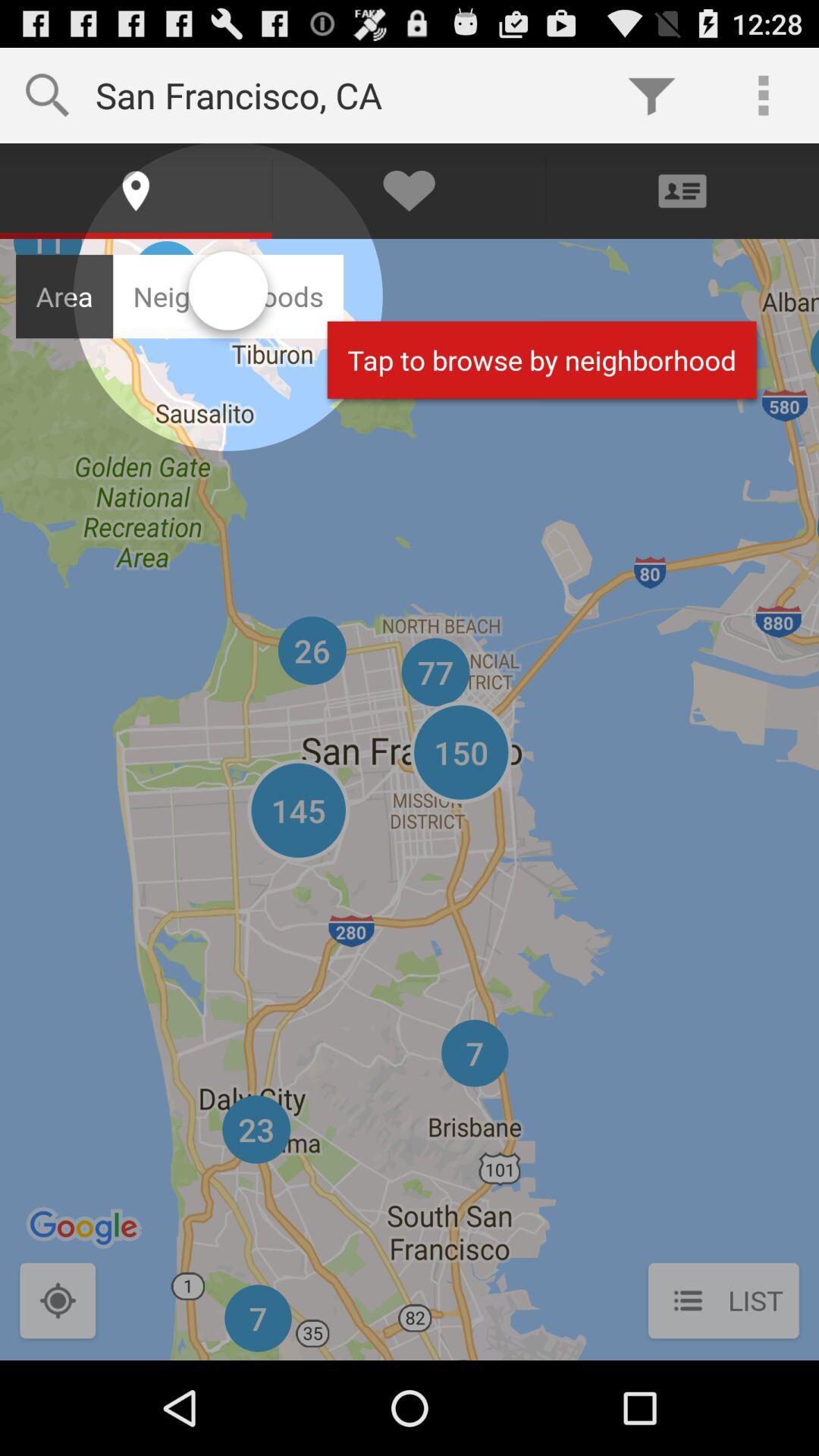  Describe the element at coordinates (57, 1394) in the screenshot. I see `the location_crosshair icon` at that location.